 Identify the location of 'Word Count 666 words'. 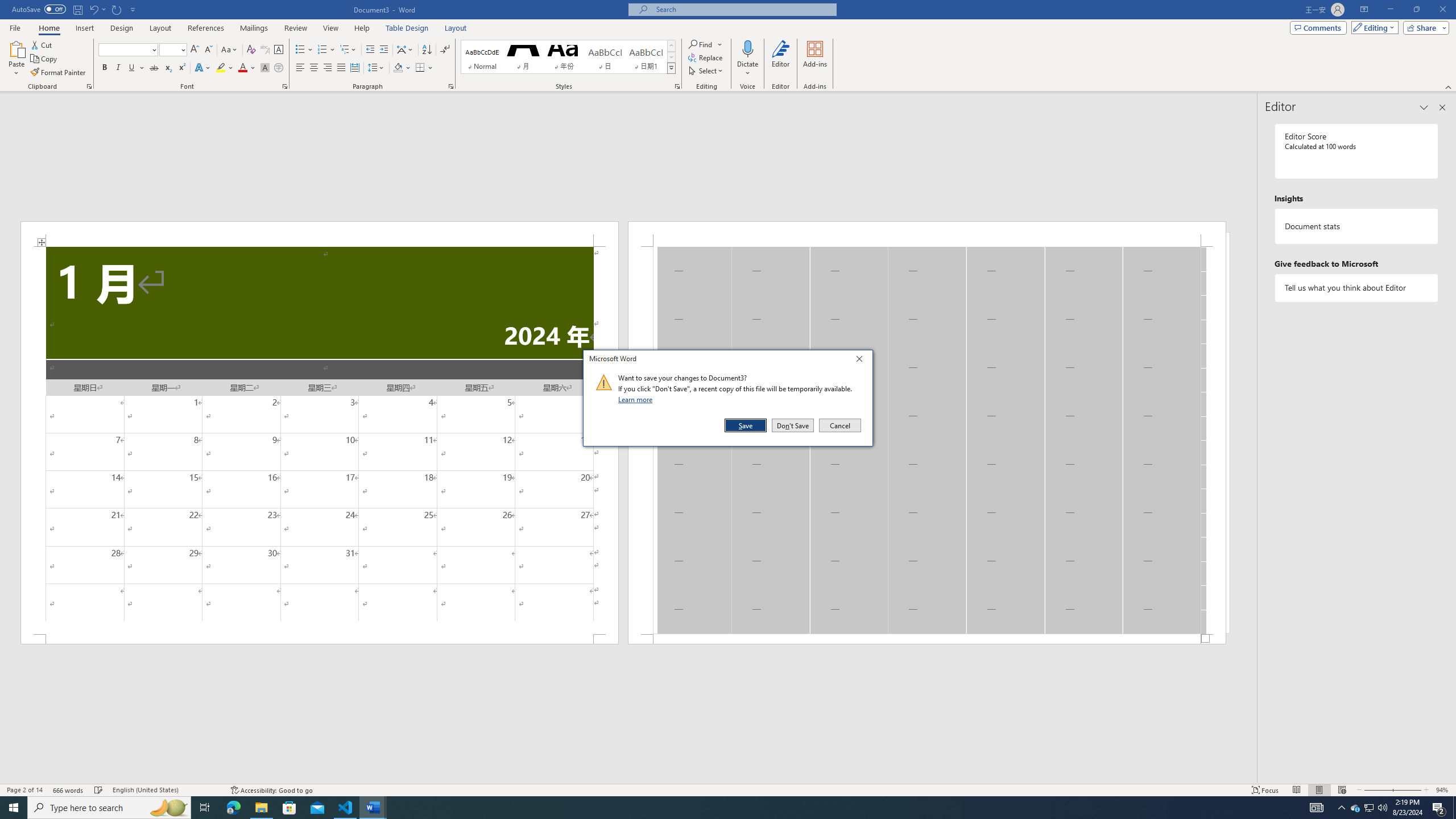
(69, 790).